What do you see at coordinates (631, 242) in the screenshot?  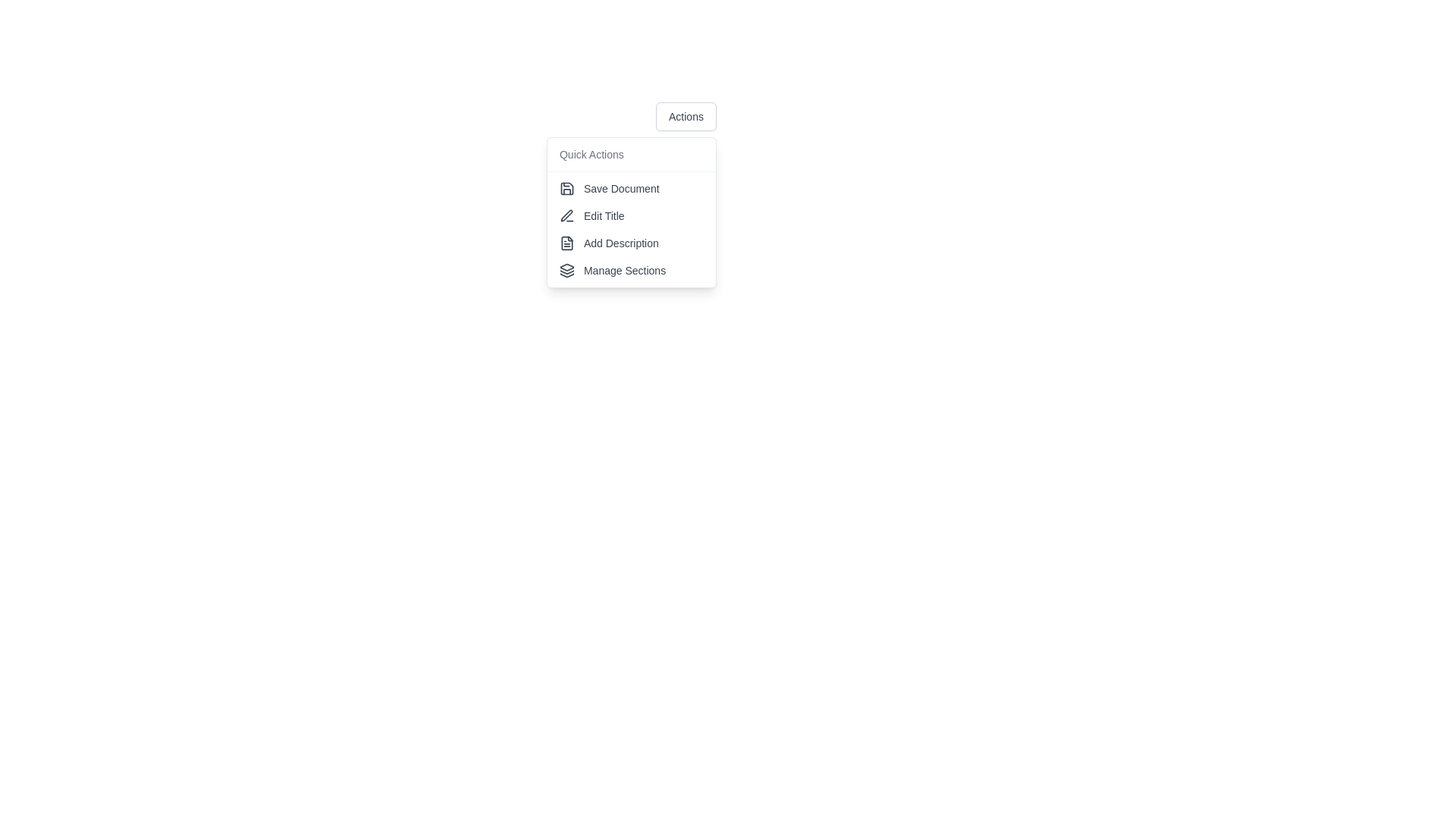 I see `the 'Add Description' button, which is the third item in a vertical list within a dropdown menu, positioned below 'Edit Title' and above 'Manage Sections'` at bounding box center [631, 242].